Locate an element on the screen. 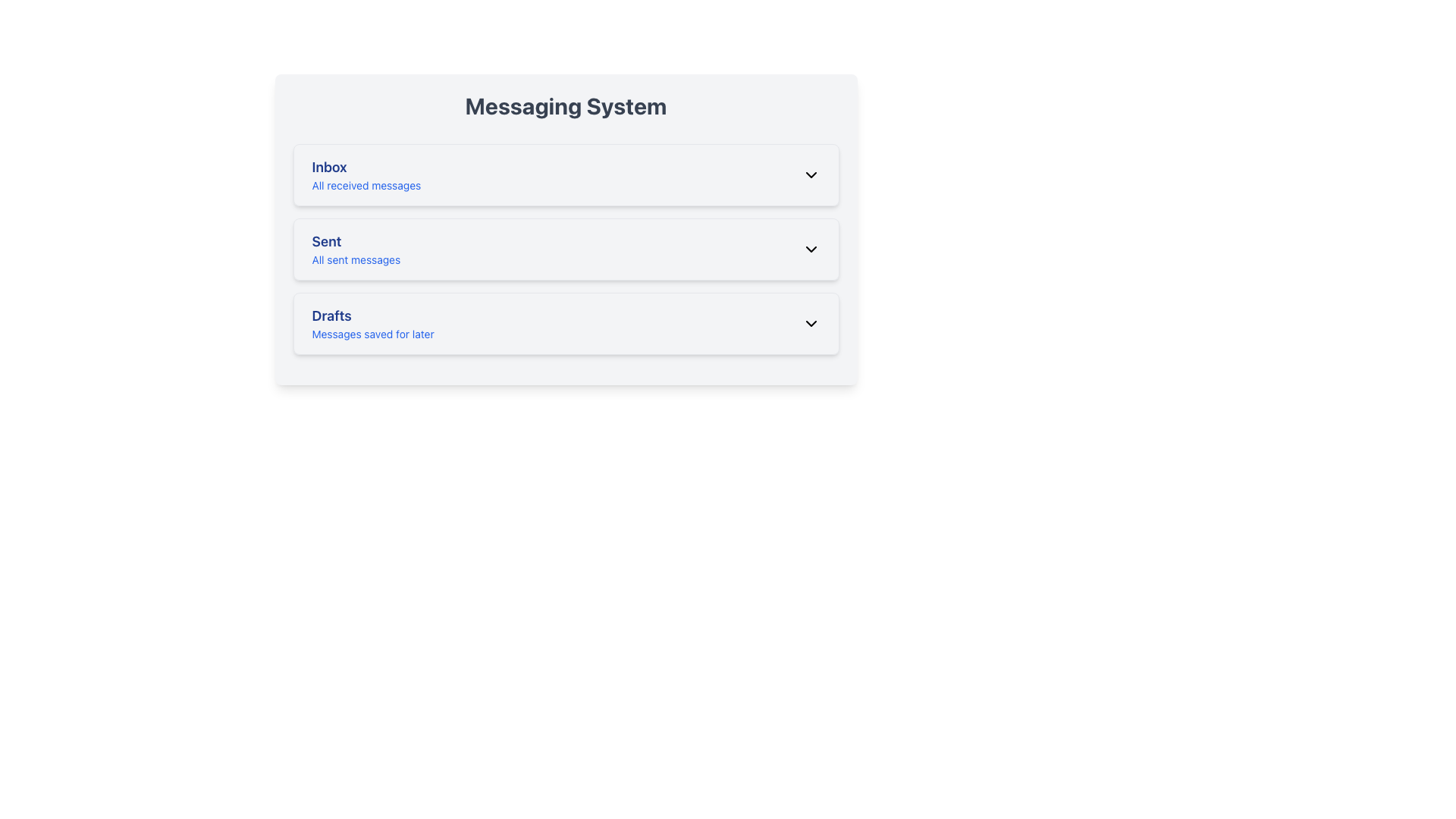  the third collapsible list item titled 'Drafts' in the Messaging System section is located at coordinates (565, 323).